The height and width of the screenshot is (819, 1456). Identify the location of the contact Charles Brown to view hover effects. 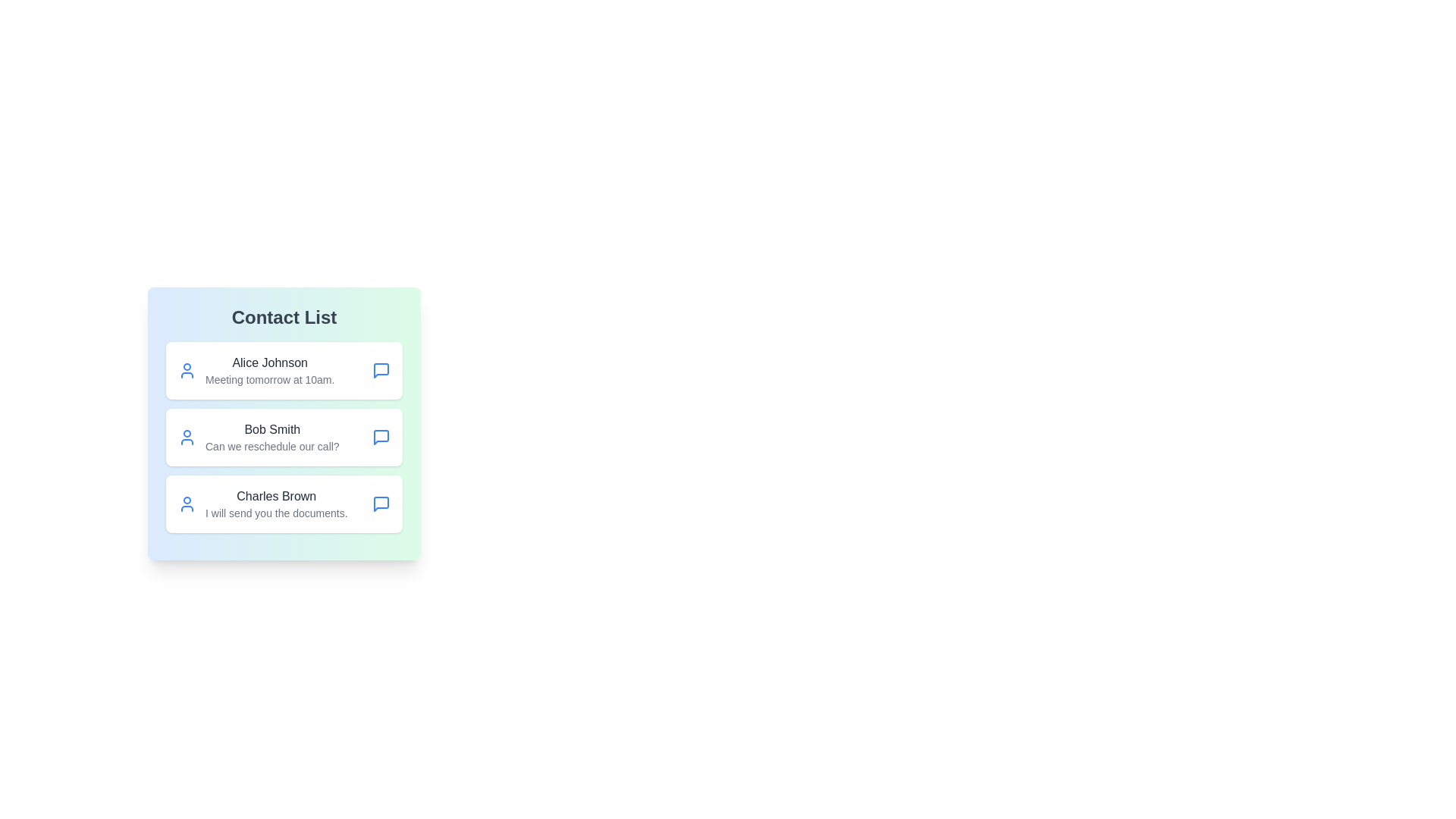
(284, 504).